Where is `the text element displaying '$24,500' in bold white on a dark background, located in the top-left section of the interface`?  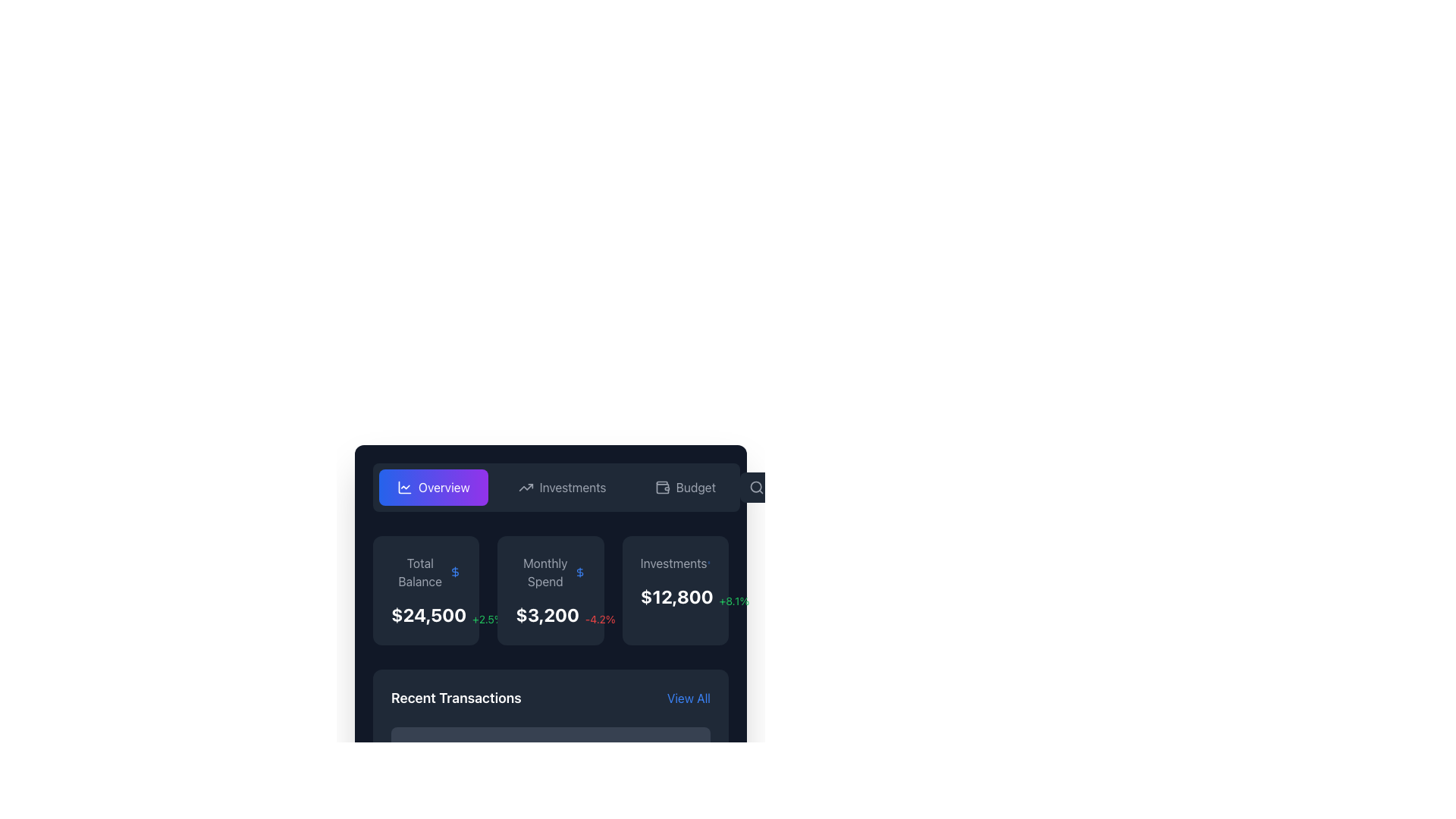
the text element displaying '$24,500' in bold white on a dark background, located in the top-left section of the interface is located at coordinates (428, 614).